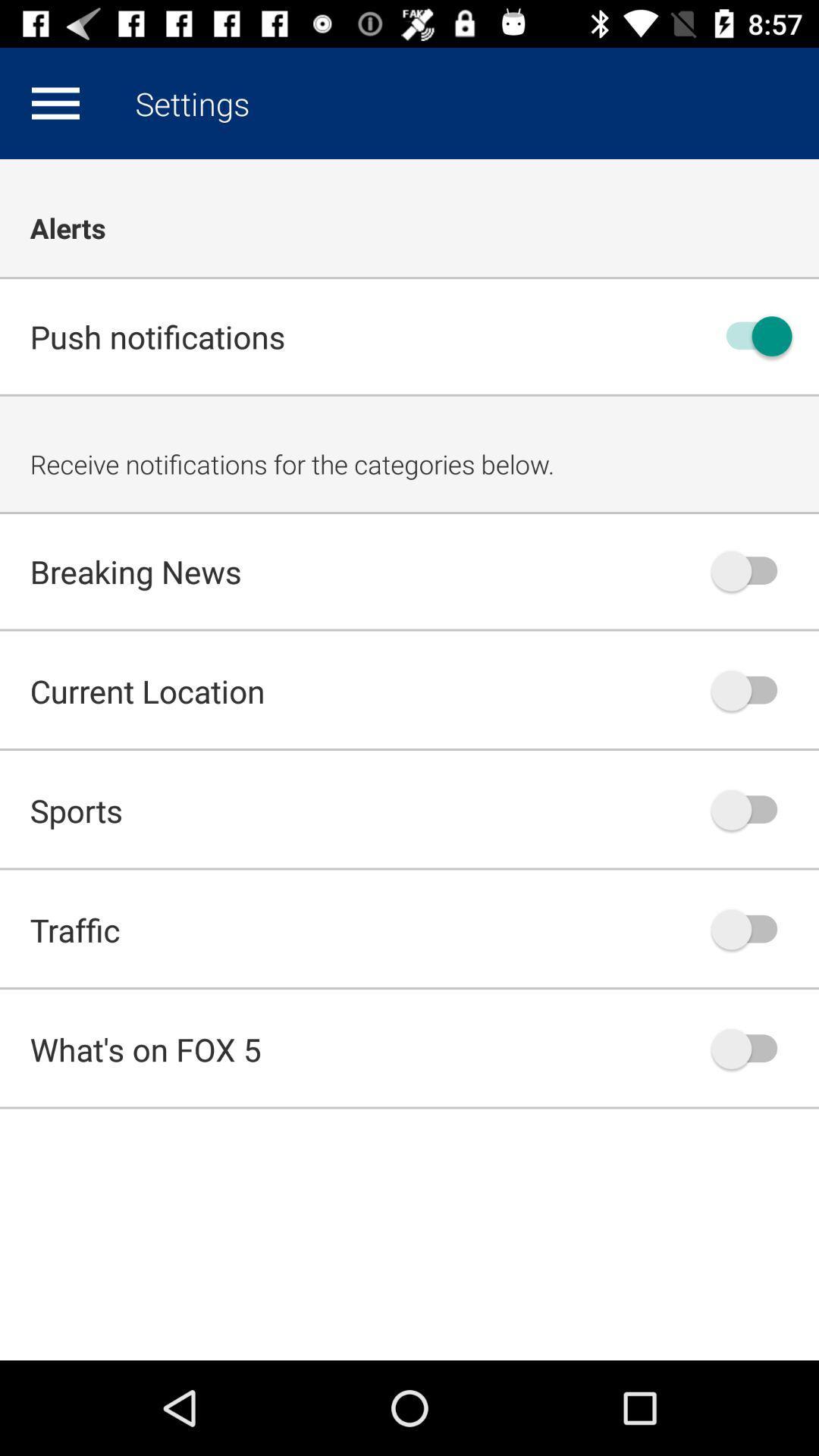 This screenshot has width=819, height=1456. I want to click on switch on/off, so click(752, 928).